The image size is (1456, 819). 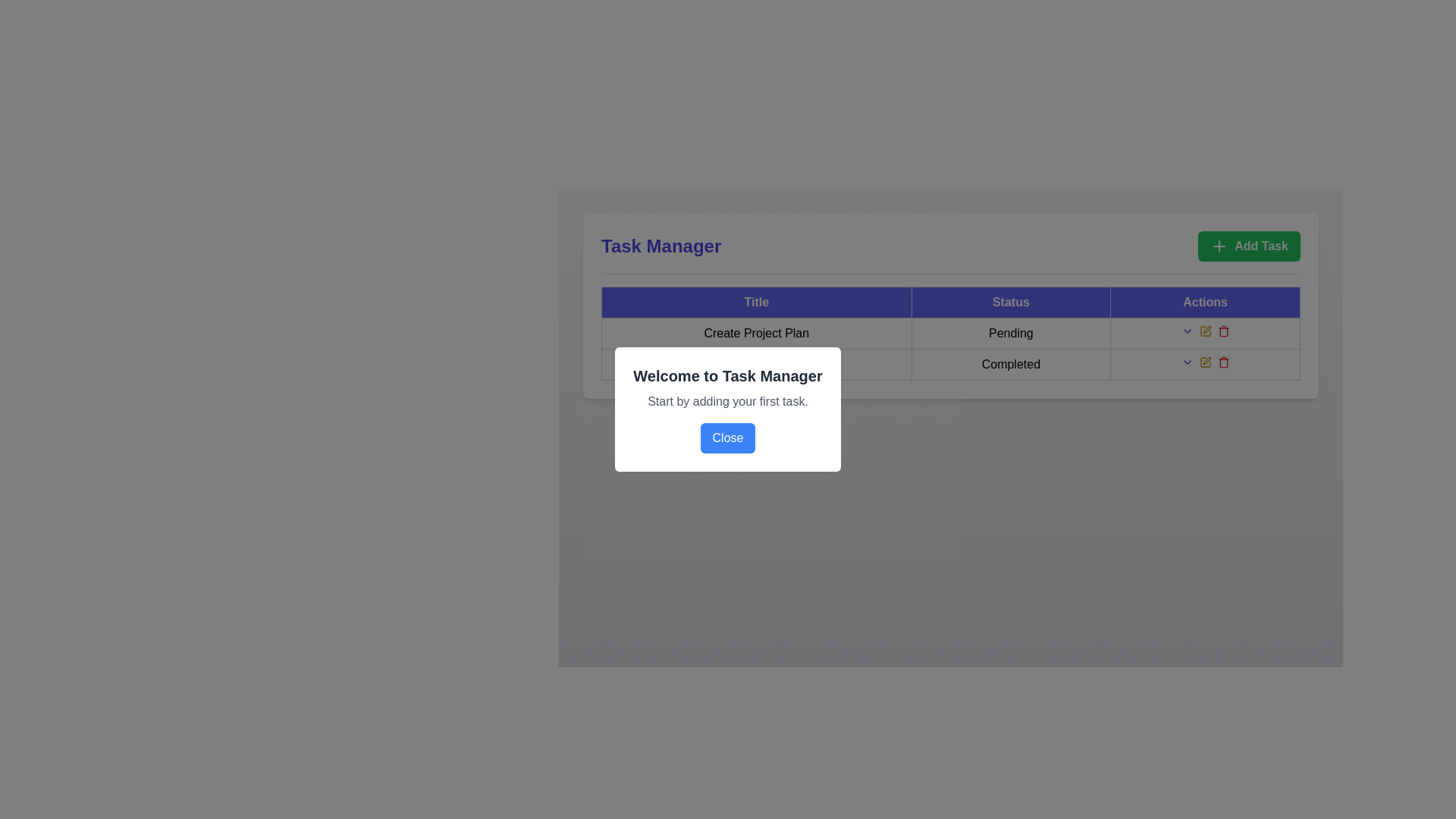 I want to click on the second cell in the second row of the table under the 'Status' column, which displays the completion status of a task, so click(x=949, y=365).